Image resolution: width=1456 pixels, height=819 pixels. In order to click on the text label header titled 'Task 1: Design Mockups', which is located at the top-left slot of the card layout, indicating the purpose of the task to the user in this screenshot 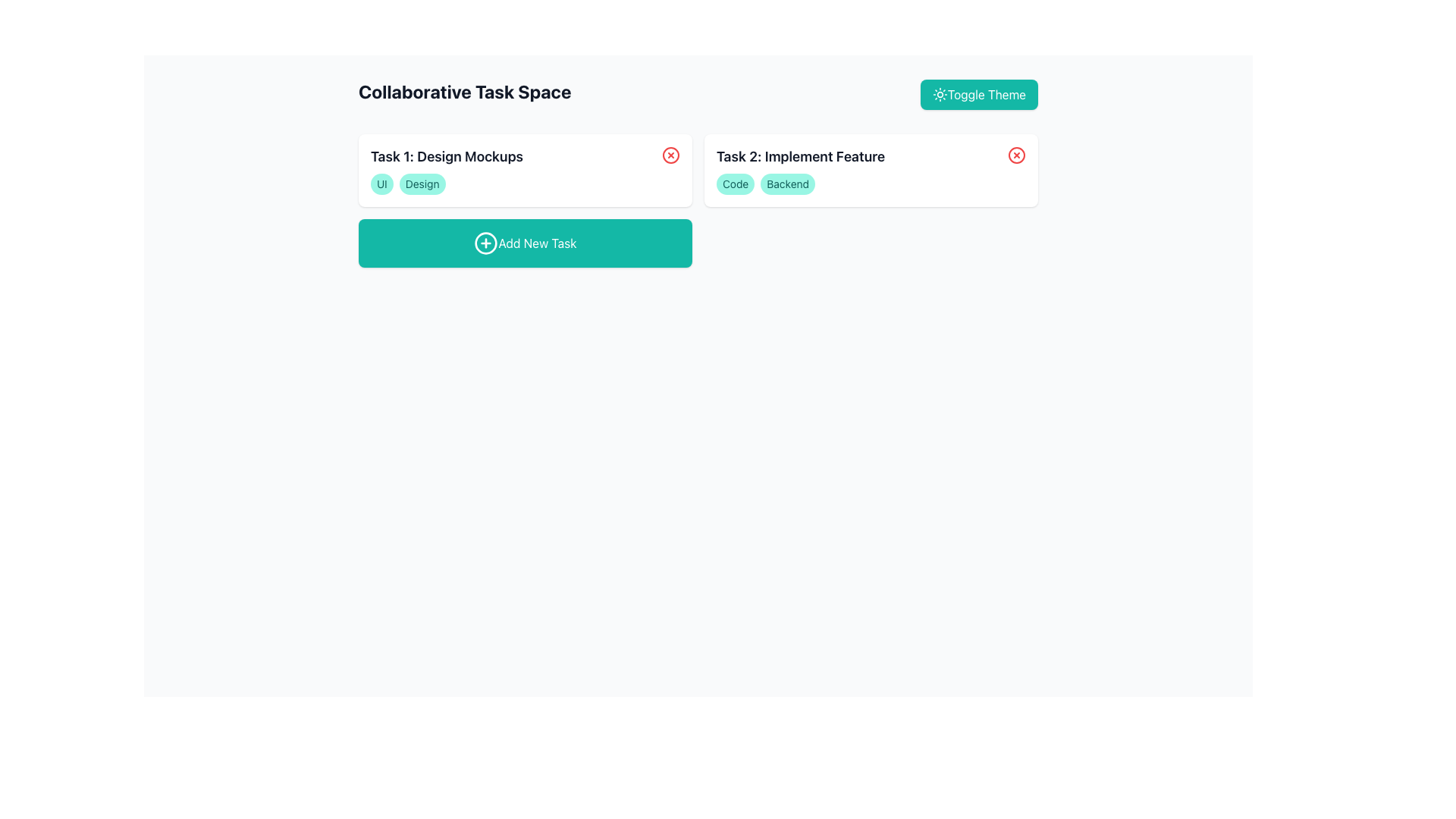, I will do `click(446, 157)`.